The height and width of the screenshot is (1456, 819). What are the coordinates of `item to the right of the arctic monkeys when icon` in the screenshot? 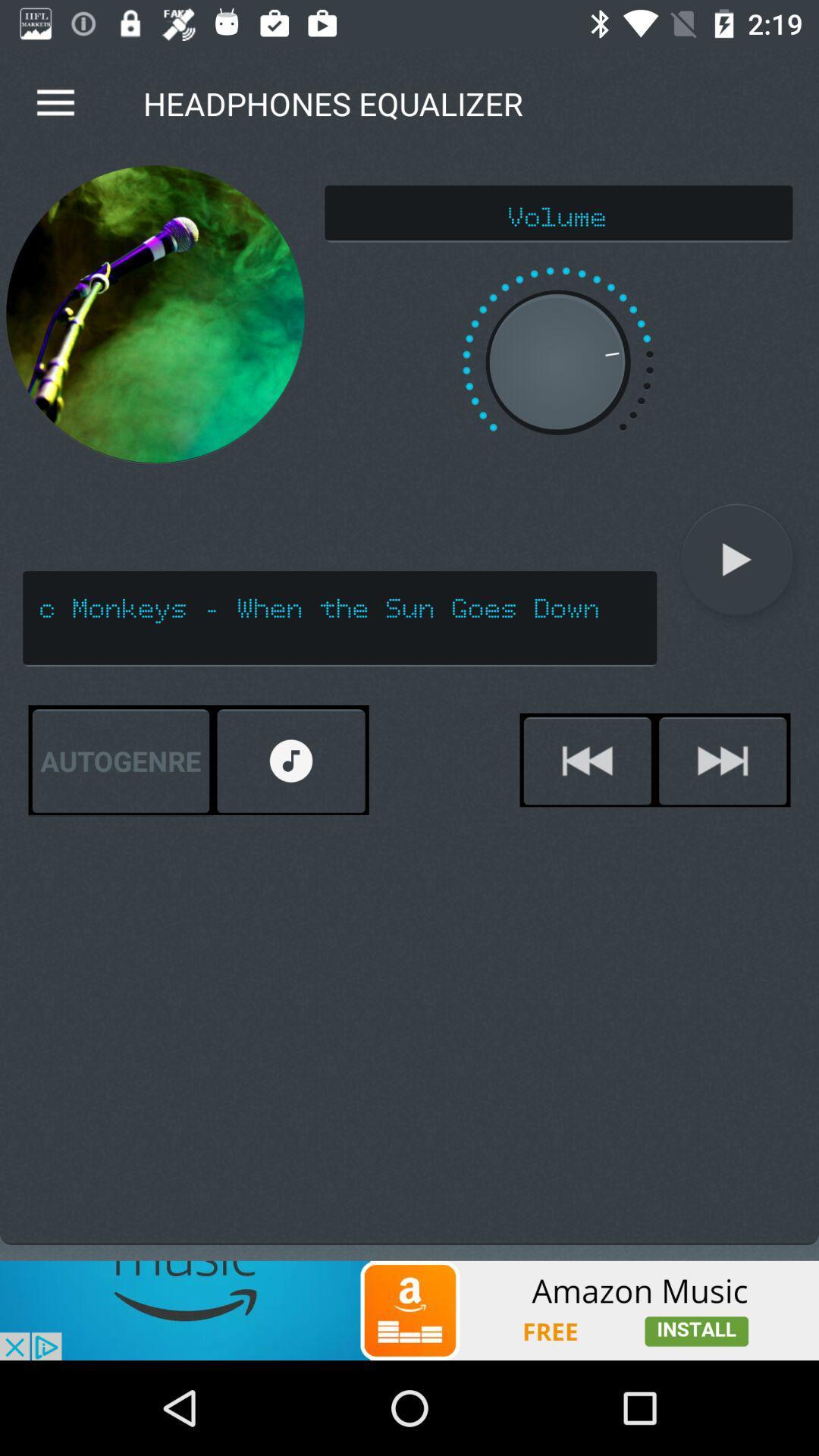 It's located at (736, 559).